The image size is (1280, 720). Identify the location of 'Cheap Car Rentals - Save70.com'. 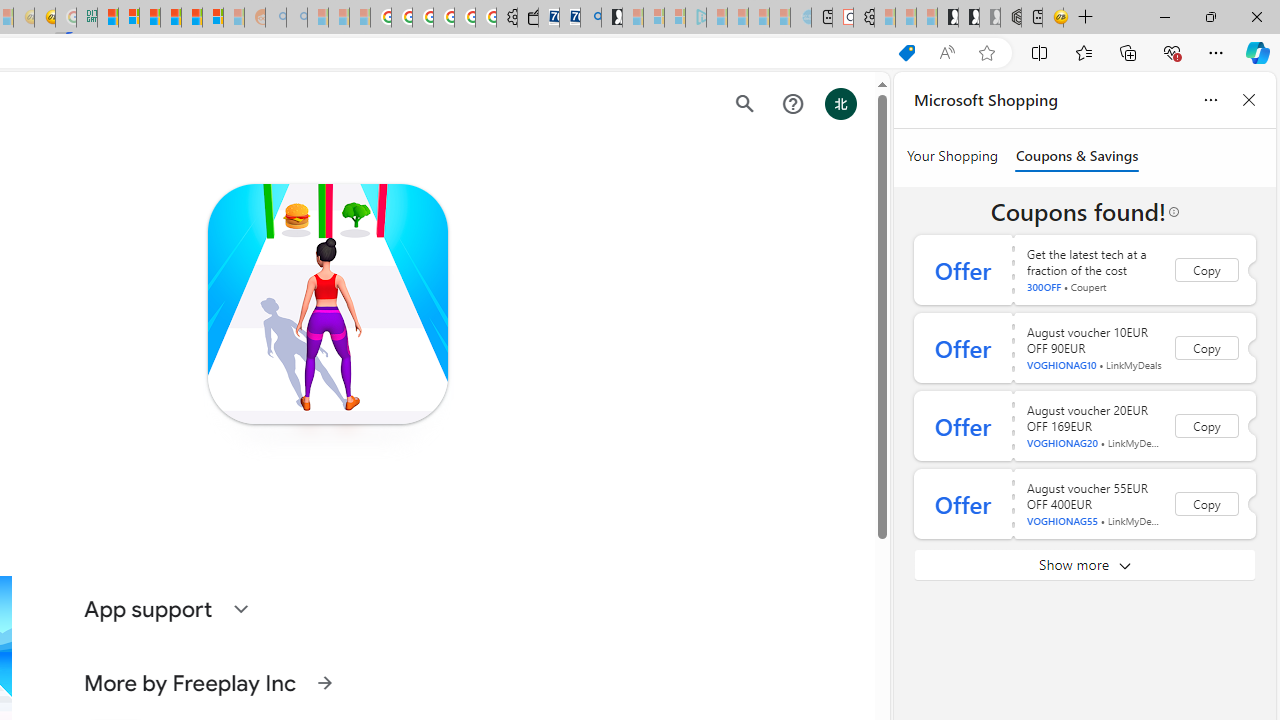
(568, 17).